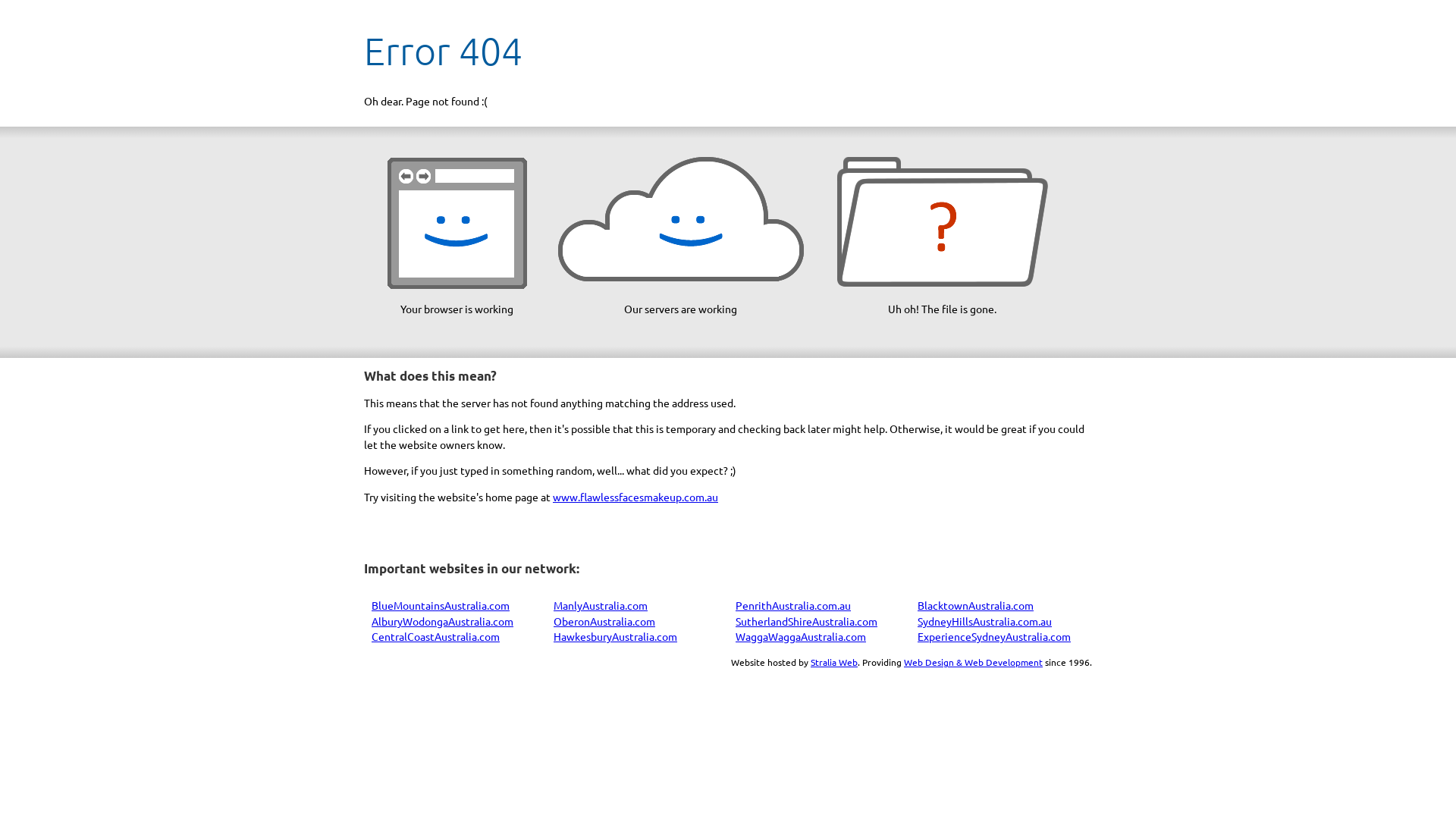 The image size is (1456, 819). Describe the element at coordinates (635, 497) in the screenshot. I see `'www.flawlessfacesmakeup.com.au'` at that location.